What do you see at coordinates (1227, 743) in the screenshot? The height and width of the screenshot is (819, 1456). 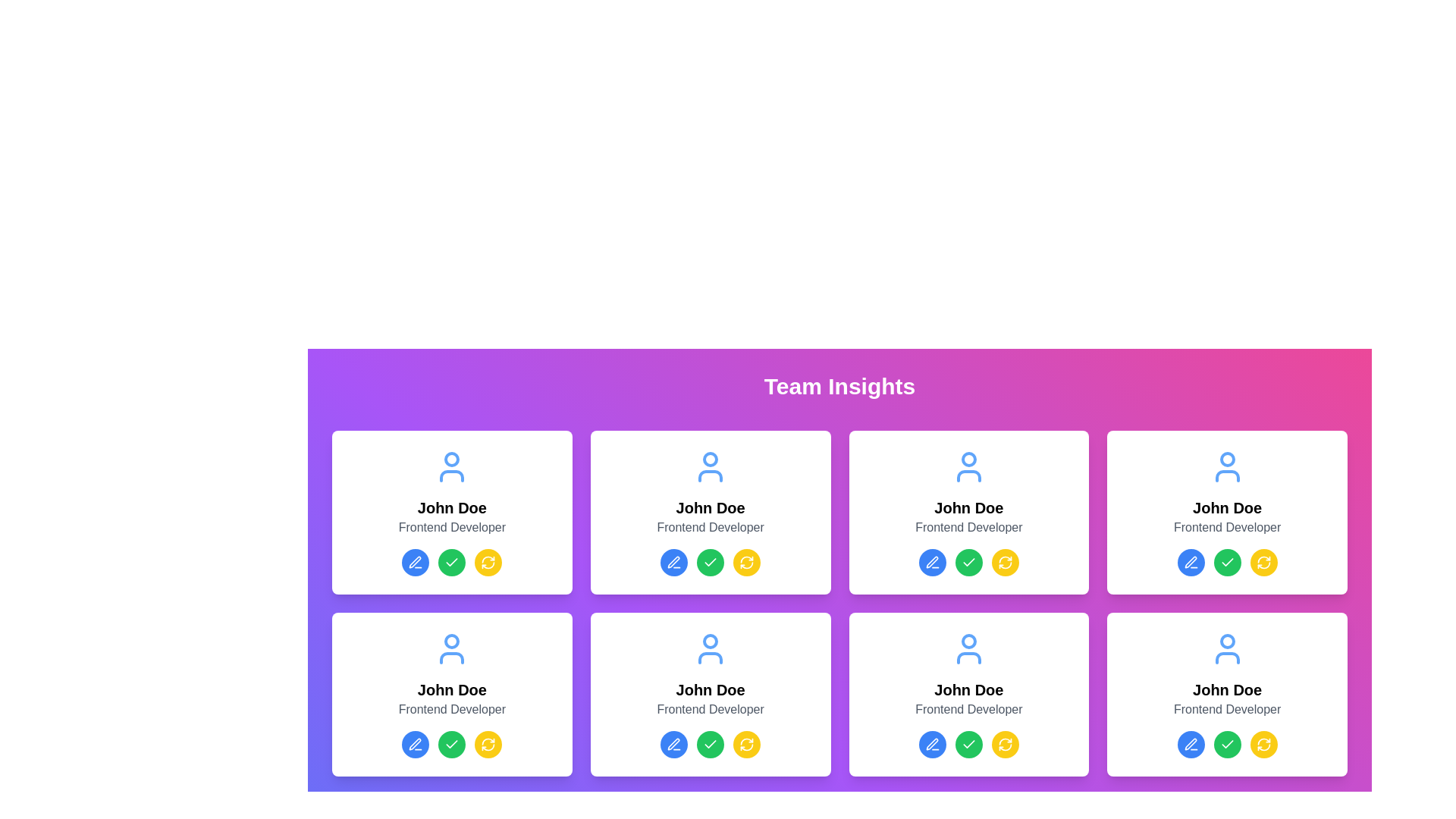 I see `the green checkmark icon located in the action icon row at the bottom of the fourth card in the last row of the grid layout to confirm an action` at bounding box center [1227, 743].